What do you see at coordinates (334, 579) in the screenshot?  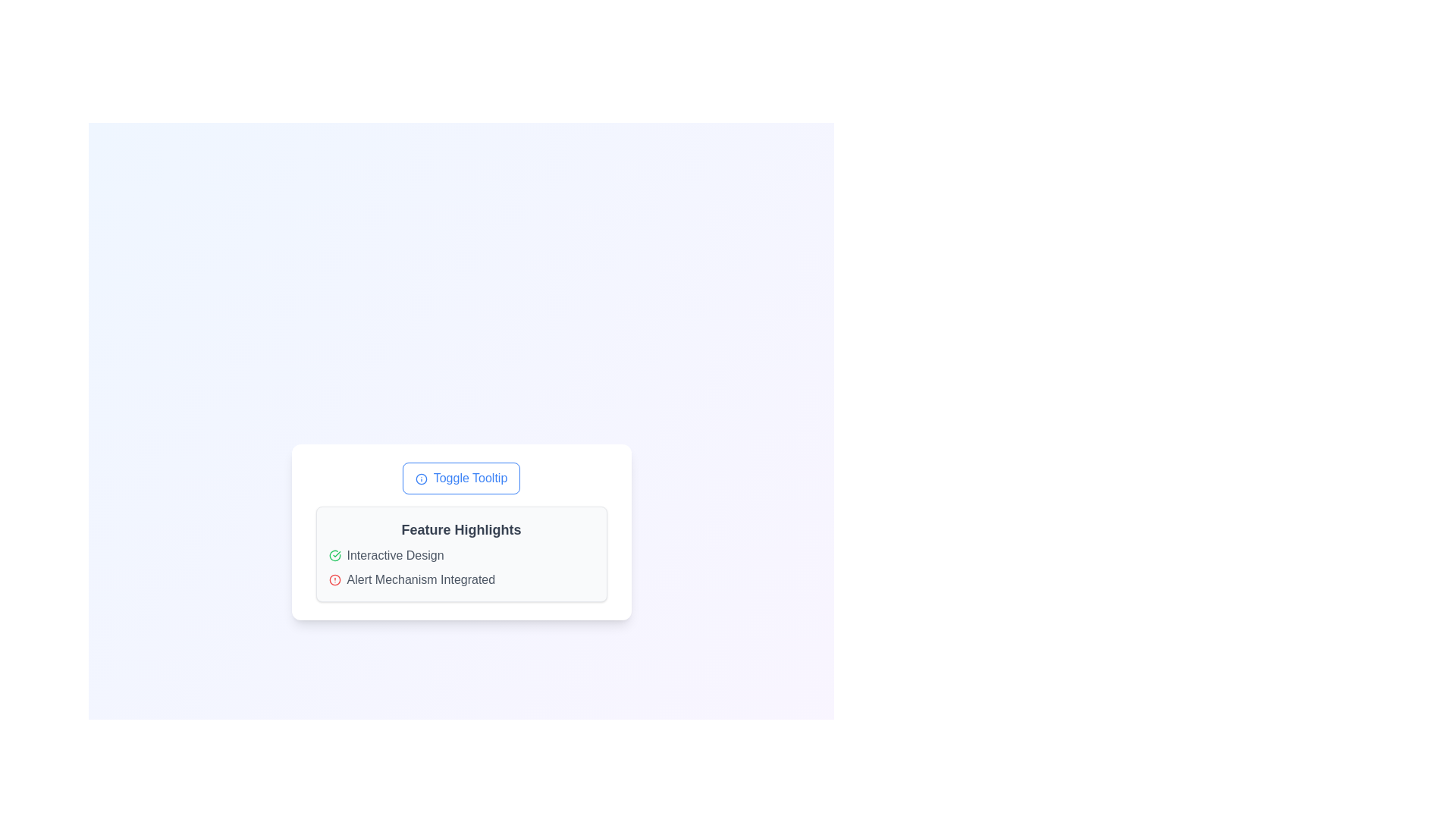 I see `the alert icon located in the second row of the 'Feature Highlights' list, which is to the left of the 'Alert Mechanism Integrated' text` at bounding box center [334, 579].